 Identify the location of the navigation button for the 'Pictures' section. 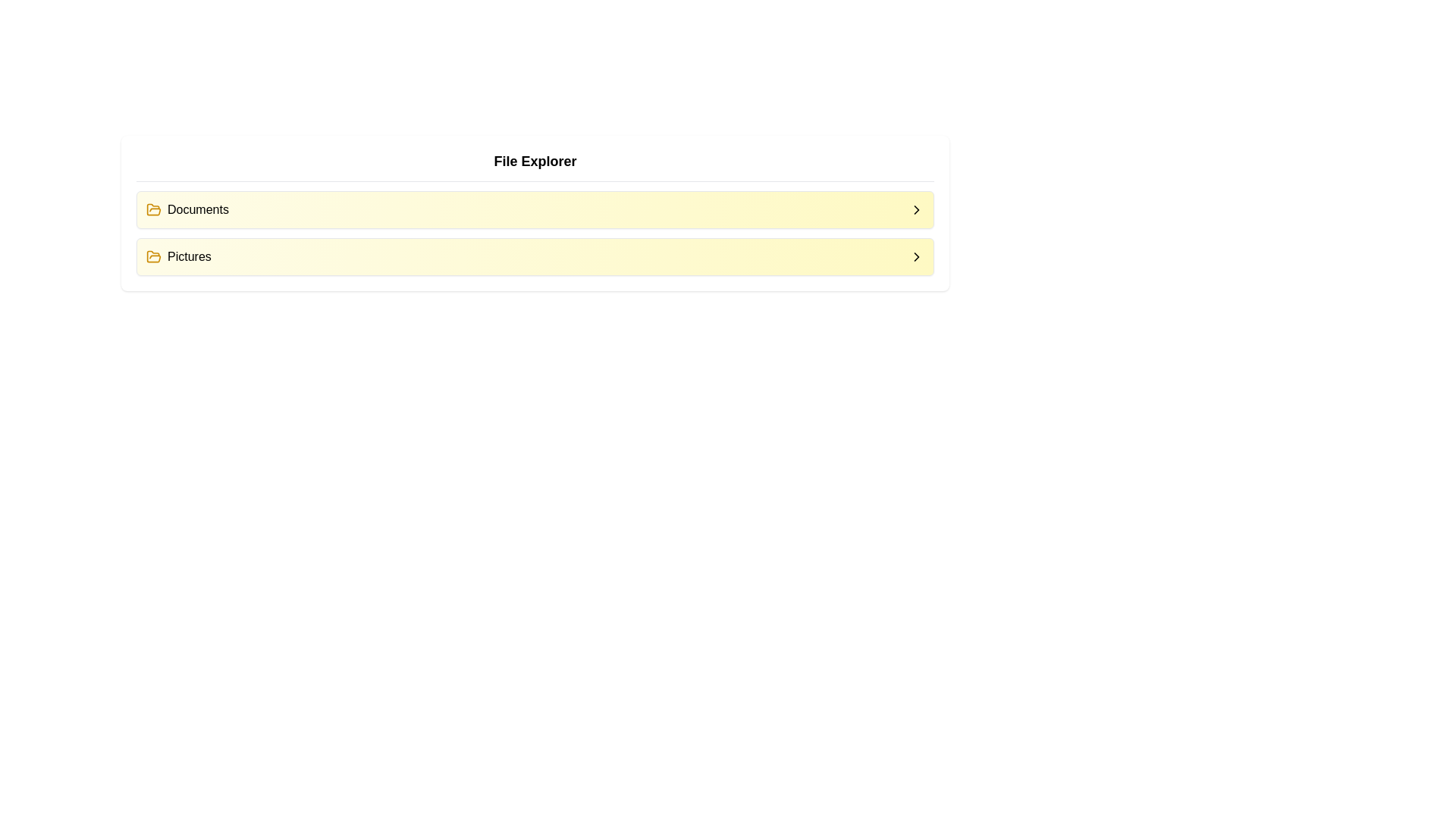
(916, 256).